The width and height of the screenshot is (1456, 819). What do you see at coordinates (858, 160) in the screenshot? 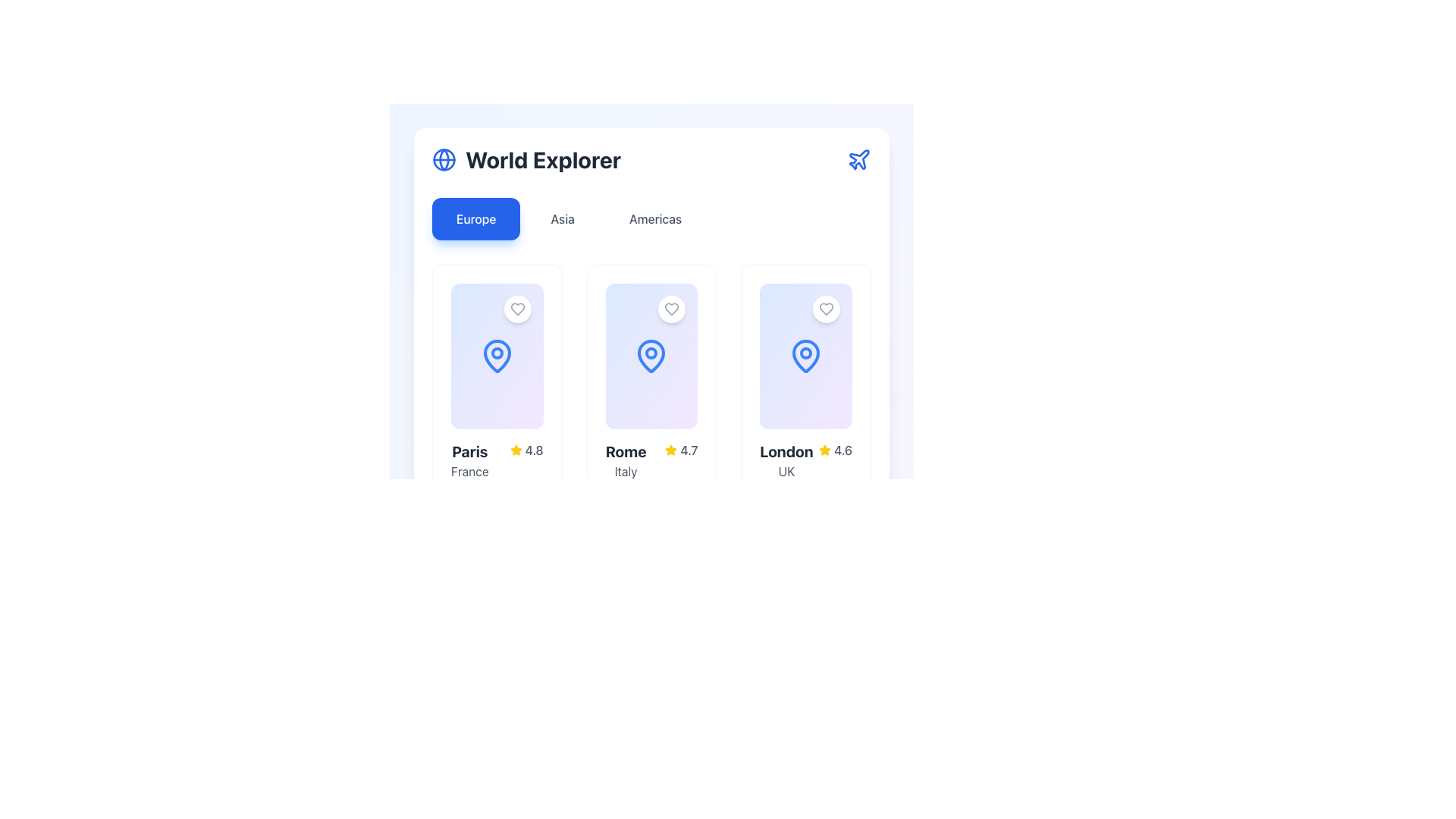
I see `the icon located at the top-right corner, aligned with the 'World Explorer' title heading` at bounding box center [858, 160].